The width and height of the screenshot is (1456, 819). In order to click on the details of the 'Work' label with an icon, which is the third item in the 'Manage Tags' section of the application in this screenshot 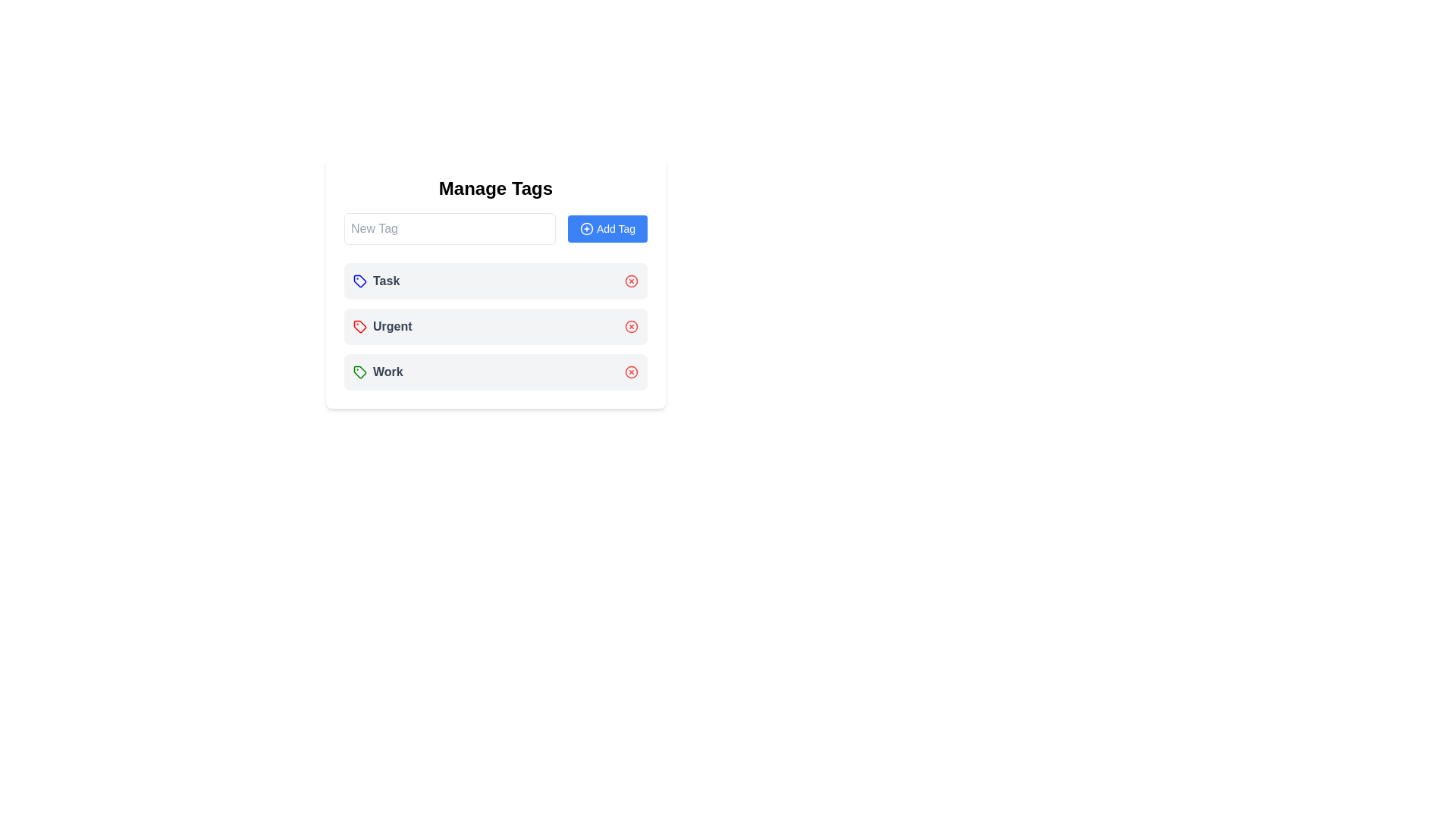, I will do `click(378, 372)`.